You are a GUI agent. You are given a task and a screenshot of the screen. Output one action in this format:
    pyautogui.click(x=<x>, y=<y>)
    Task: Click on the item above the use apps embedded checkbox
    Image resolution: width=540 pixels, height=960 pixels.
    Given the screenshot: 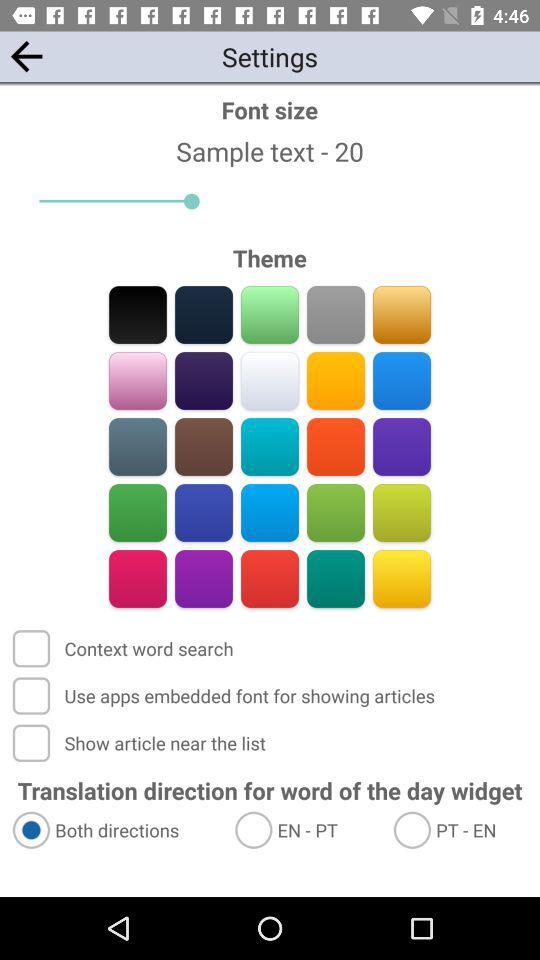 What is the action you would take?
    pyautogui.click(x=125, y=647)
    